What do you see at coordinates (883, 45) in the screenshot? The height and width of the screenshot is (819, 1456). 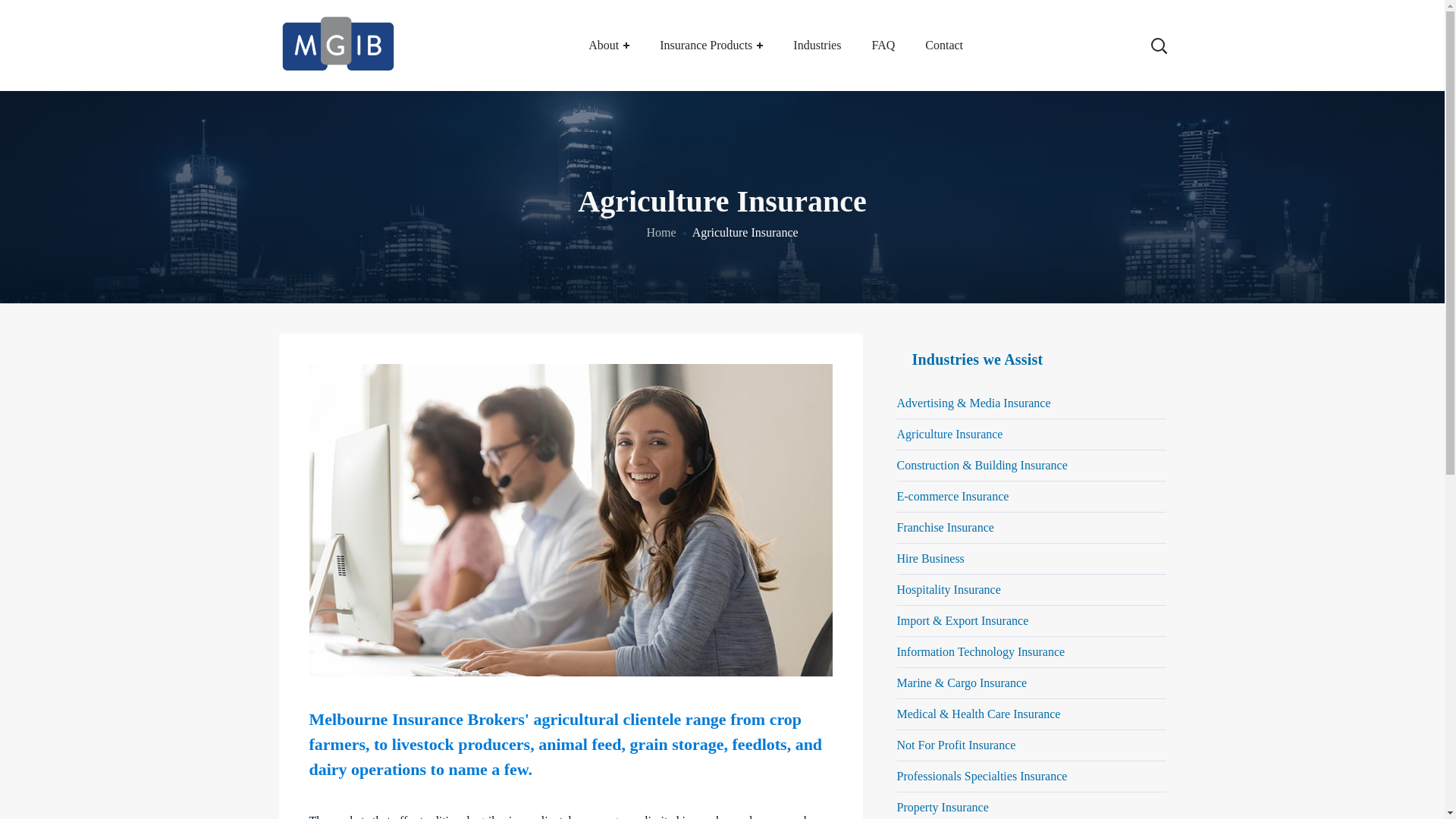 I see `'FAQ'` at bounding box center [883, 45].